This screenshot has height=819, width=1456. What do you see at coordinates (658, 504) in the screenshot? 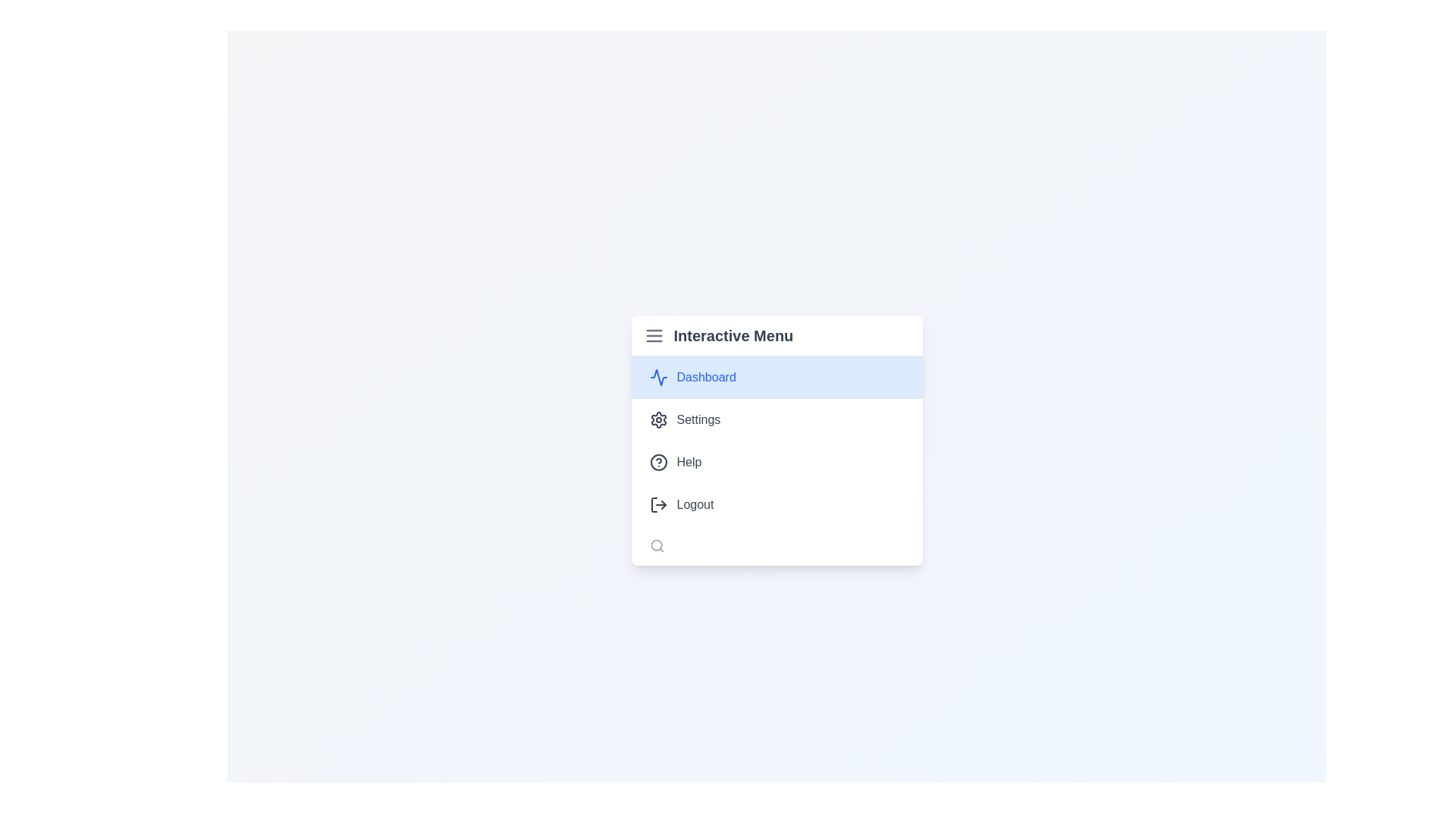
I see `the visual representation of the Logout icon, which features a right-pointing arrow within an open-ended square outline, located to the left of the 'Logout' text in the vertical menu` at bounding box center [658, 504].